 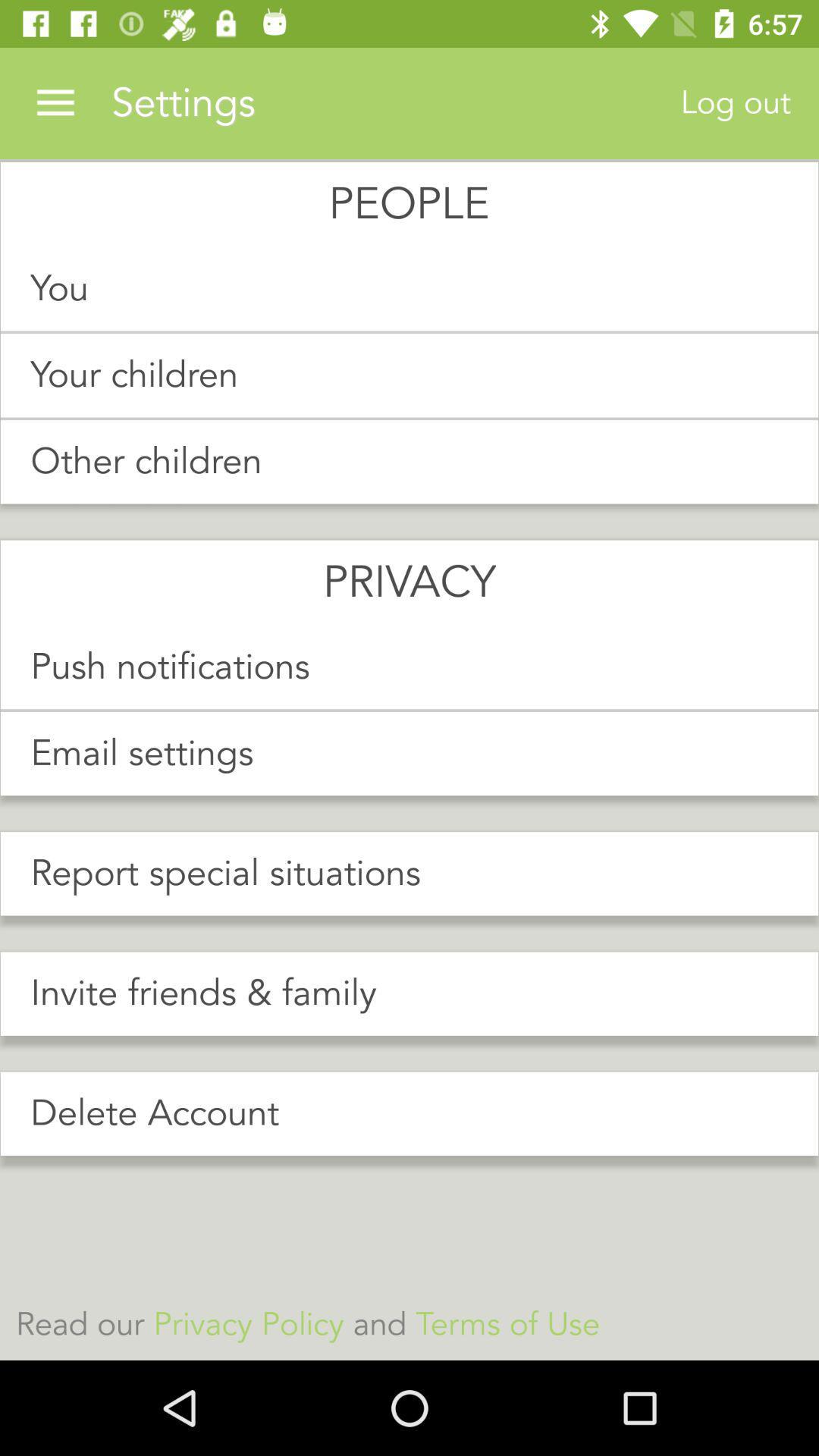 I want to click on the item below invite friends & family, so click(x=409, y=1113).